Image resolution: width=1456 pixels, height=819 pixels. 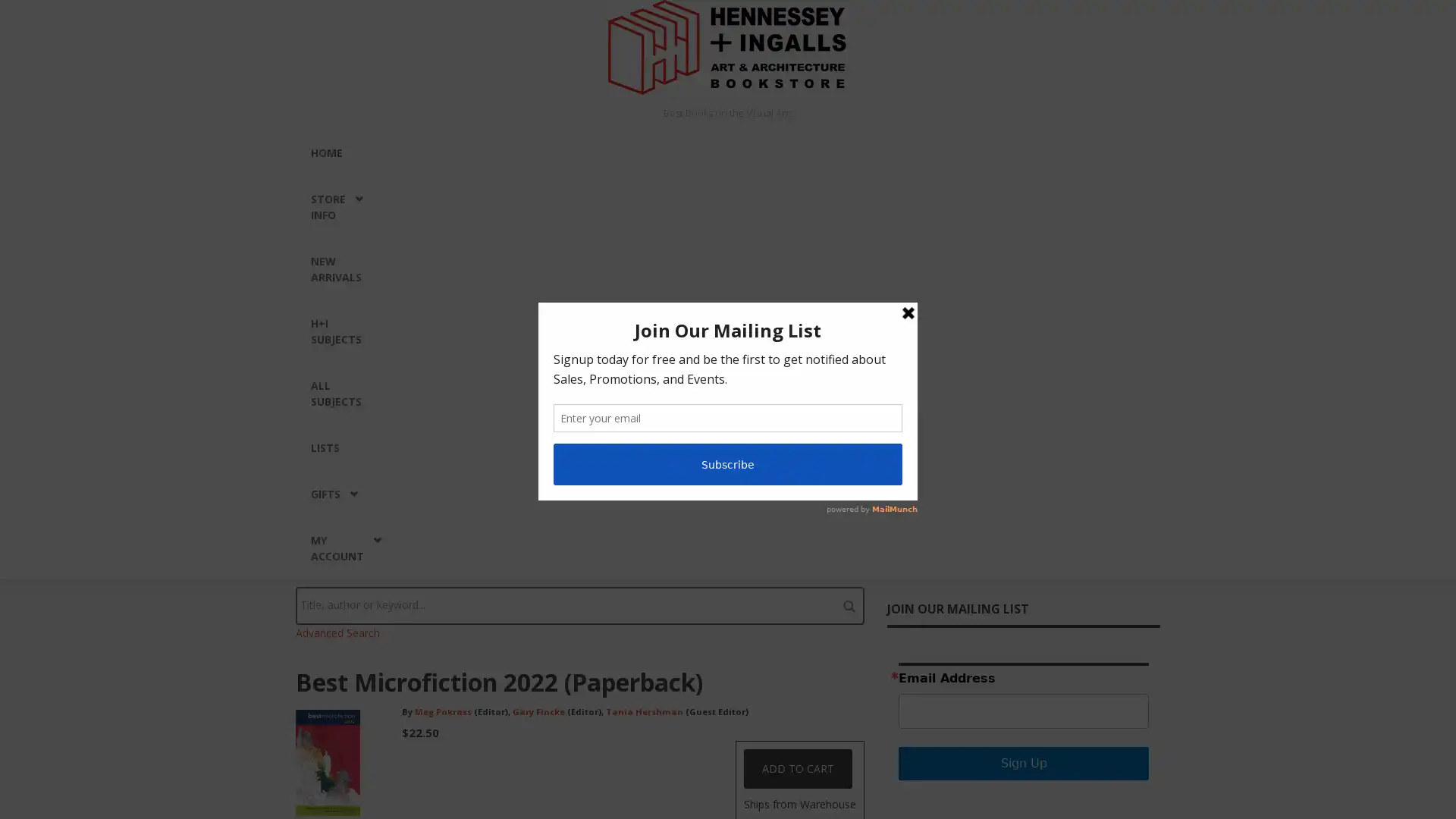 What do you see at coordinates (848, 604) in the screenshot?
I see `search` at bounding box center [848, 604].